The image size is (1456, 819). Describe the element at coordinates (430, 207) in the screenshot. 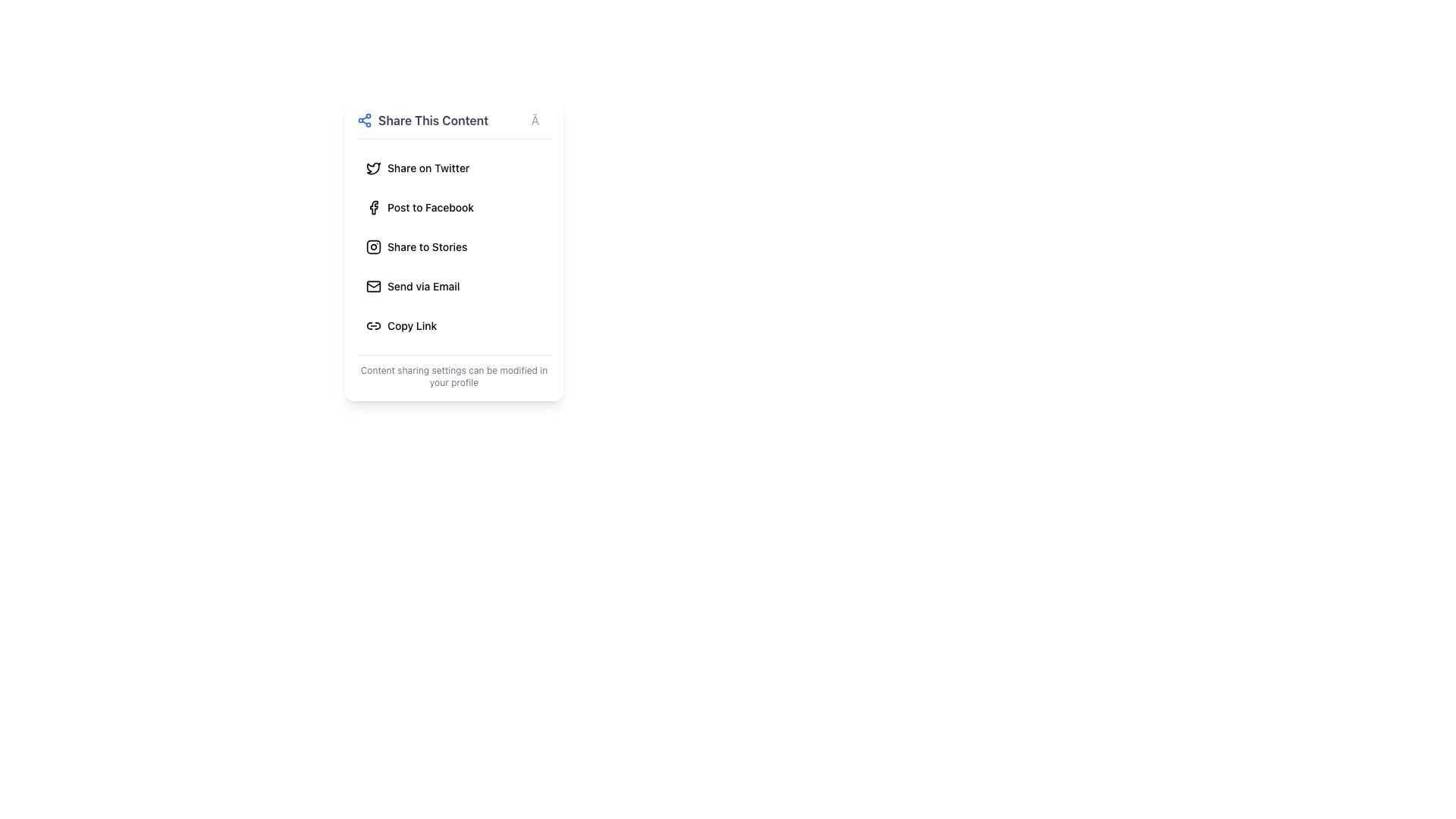

I see `the Text label indicating the sharing action for Facebook, which is positioned between the 'Share on Twitter' and 'Share to Stories' options, and appears to the right of the Facebook logo icon` at that location.